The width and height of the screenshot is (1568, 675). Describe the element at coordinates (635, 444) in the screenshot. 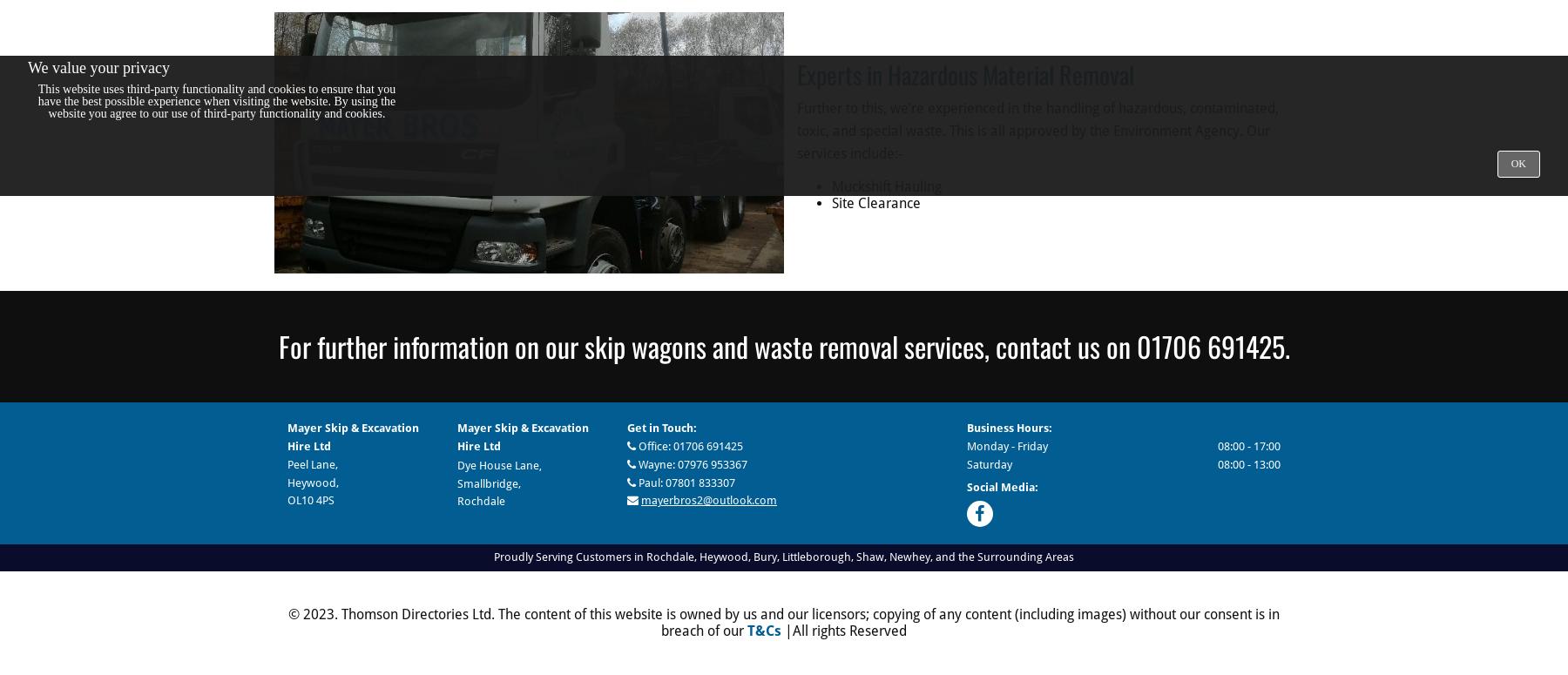

I see `'Office: 01706 691425'` at that location.